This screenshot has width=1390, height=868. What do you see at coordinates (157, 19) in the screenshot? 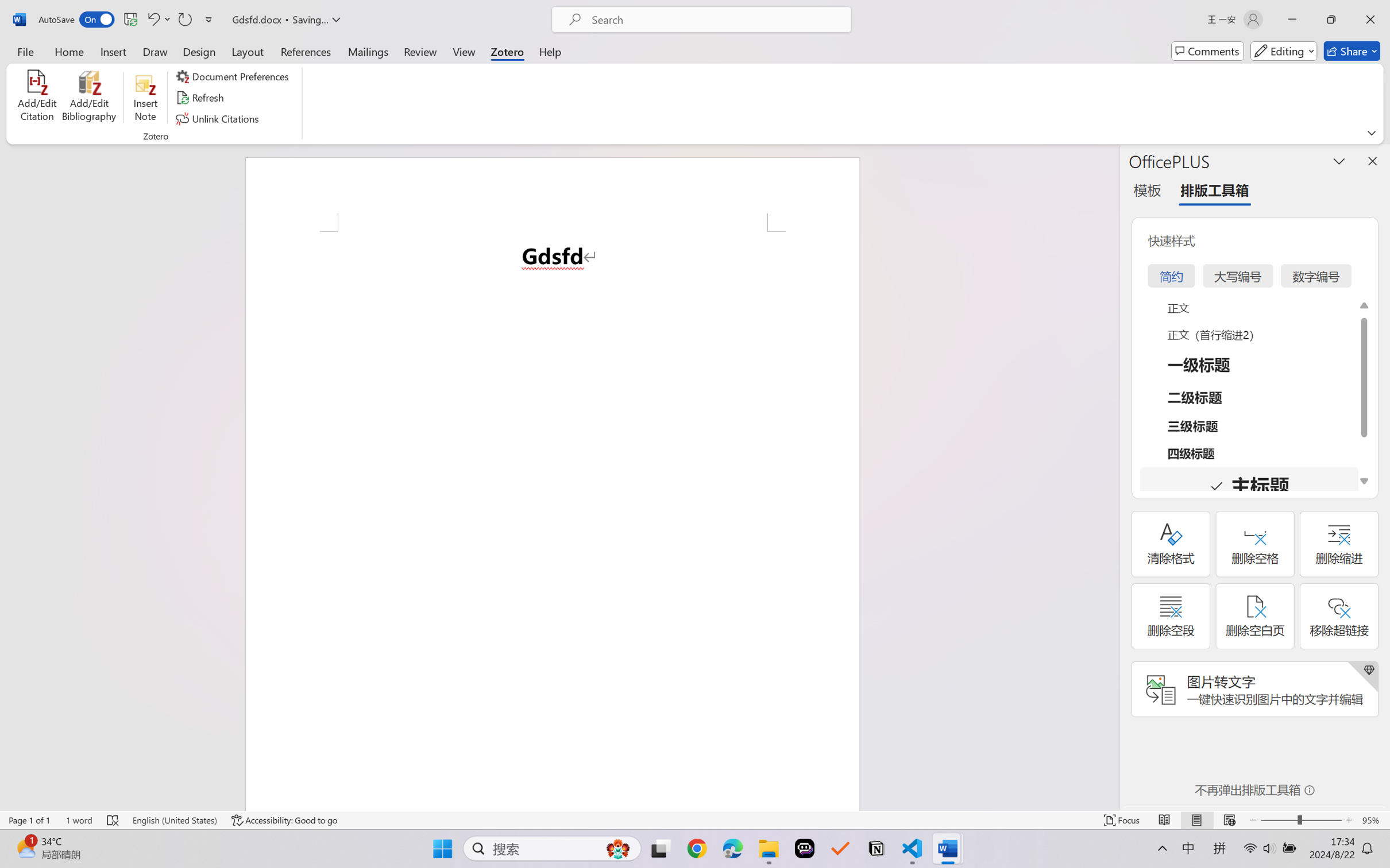
I see `'Undo <ApplyStyleToDoc>b__0'` at bounding box center [157, 19].